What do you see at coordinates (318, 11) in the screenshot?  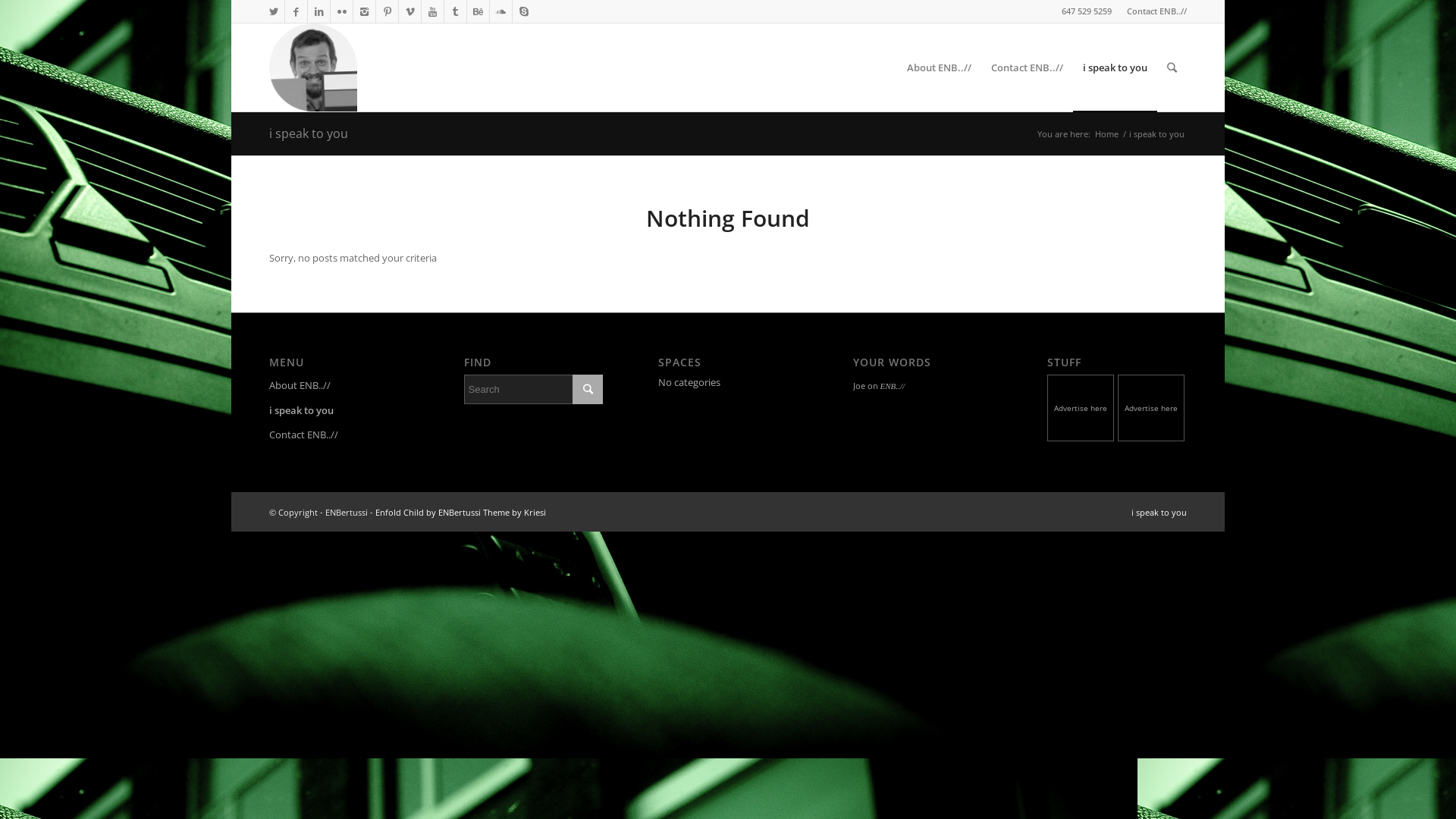 I see `'Linkedin'` at bounding box center [318, 11].